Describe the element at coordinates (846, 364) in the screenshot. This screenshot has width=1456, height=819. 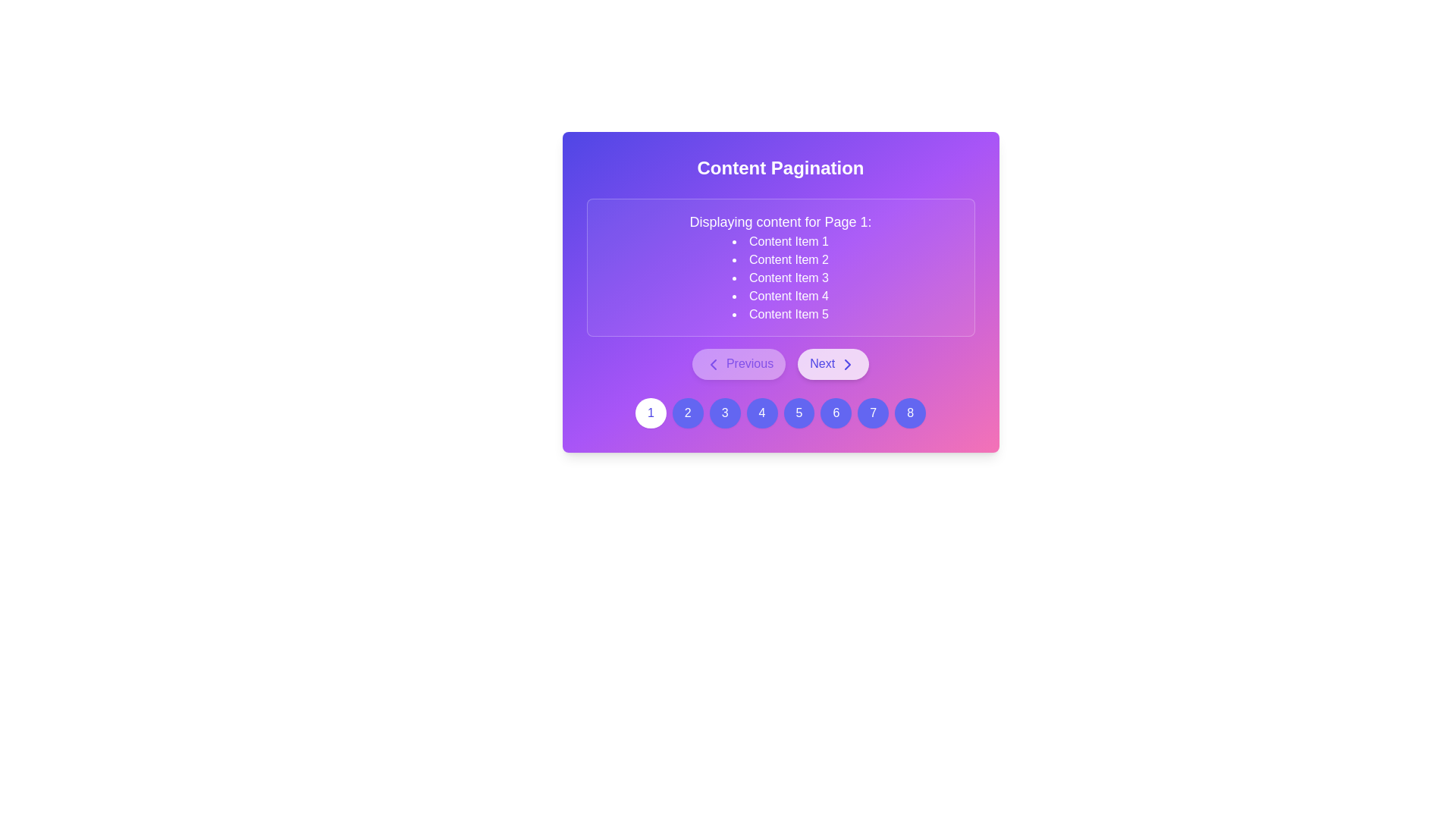
I see `the right-facing arrow icon within the 'Next' button in the pagination controls` at that location.